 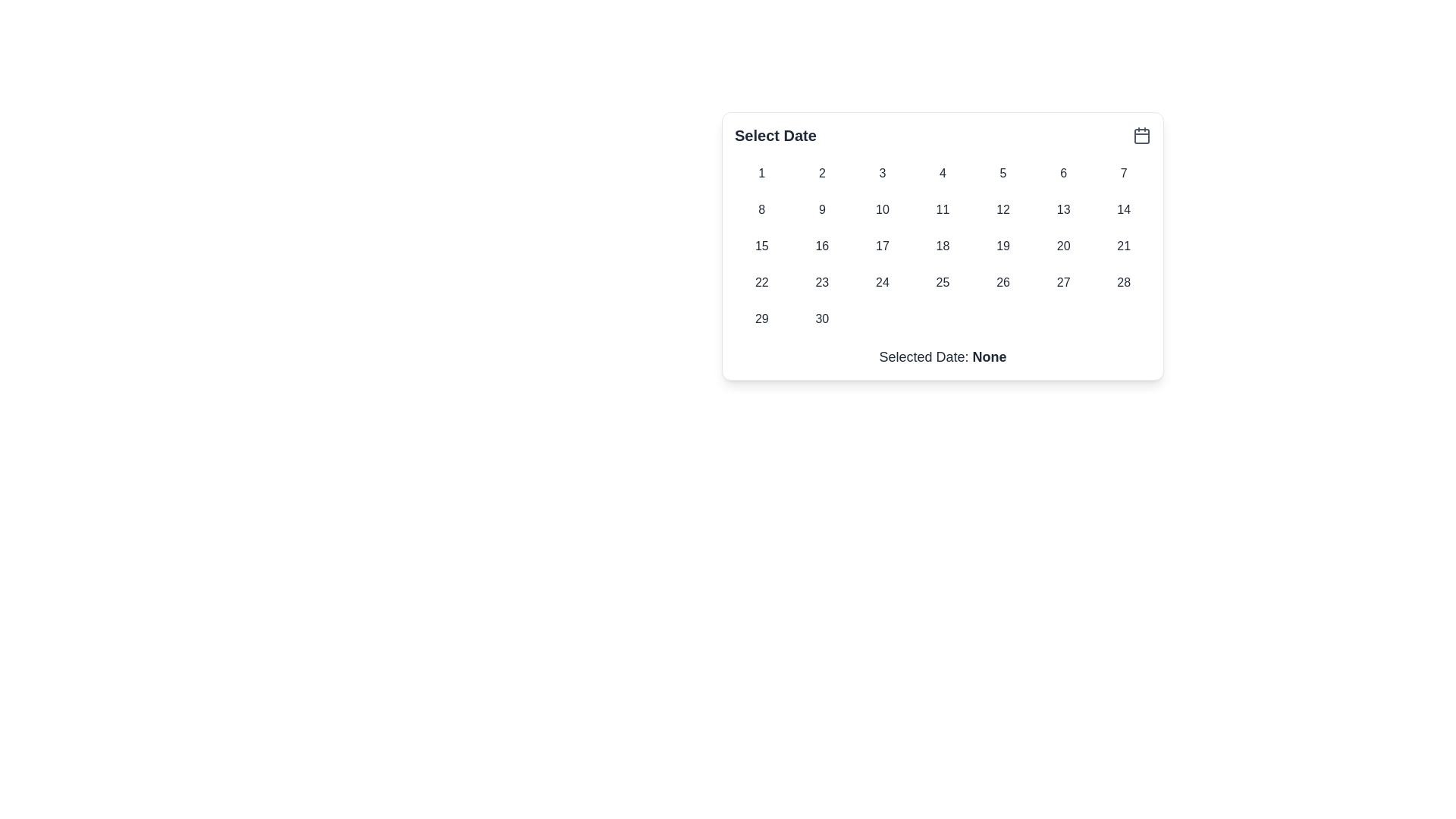 I want to click on the button displaying the number '7' for keyboard navigation, so click(x=1124, y=172).